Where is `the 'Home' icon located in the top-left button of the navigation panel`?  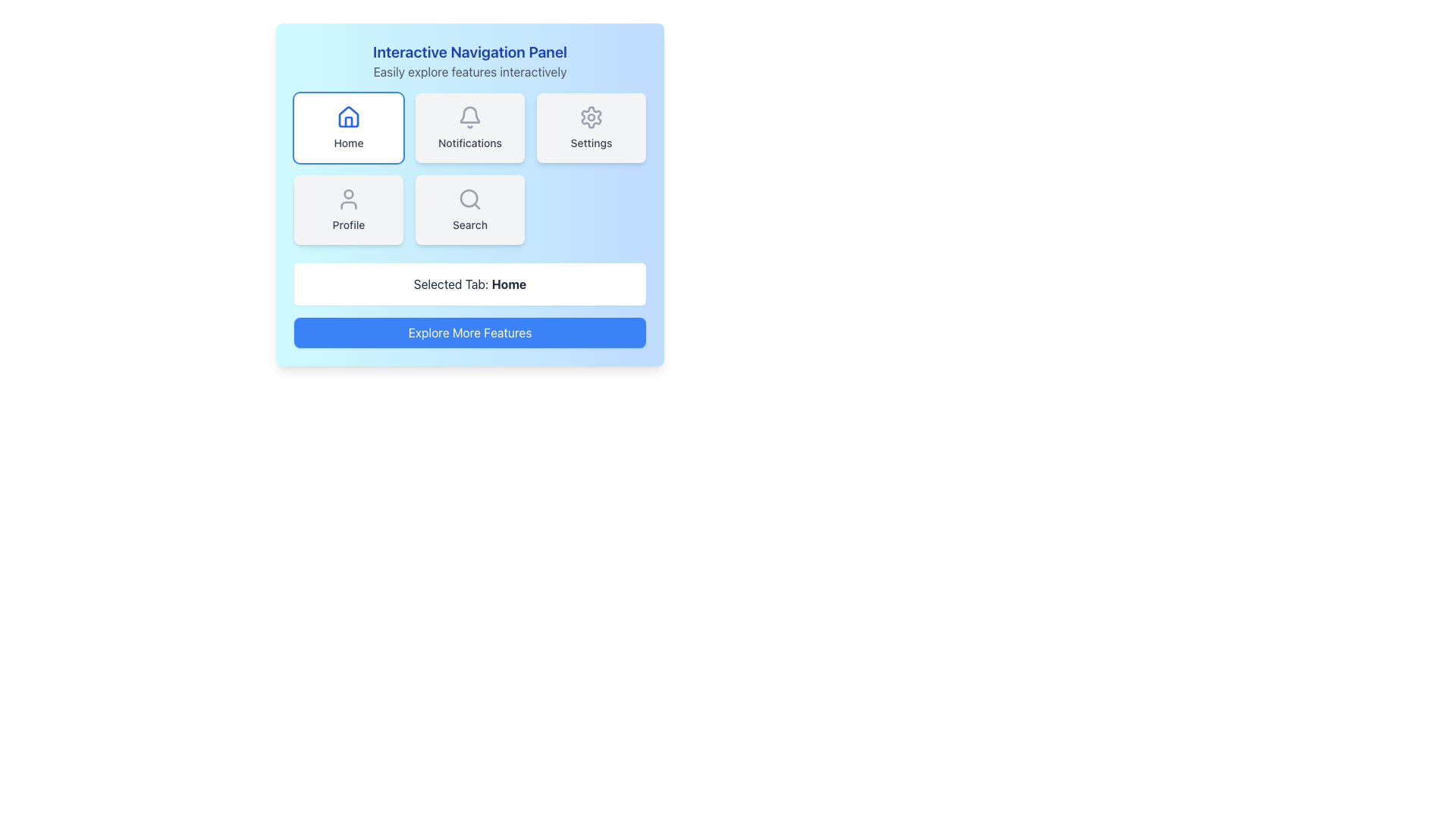
the 'Home' icon located in the top-left button of the navigation panel is located at coordinates (348, 116).